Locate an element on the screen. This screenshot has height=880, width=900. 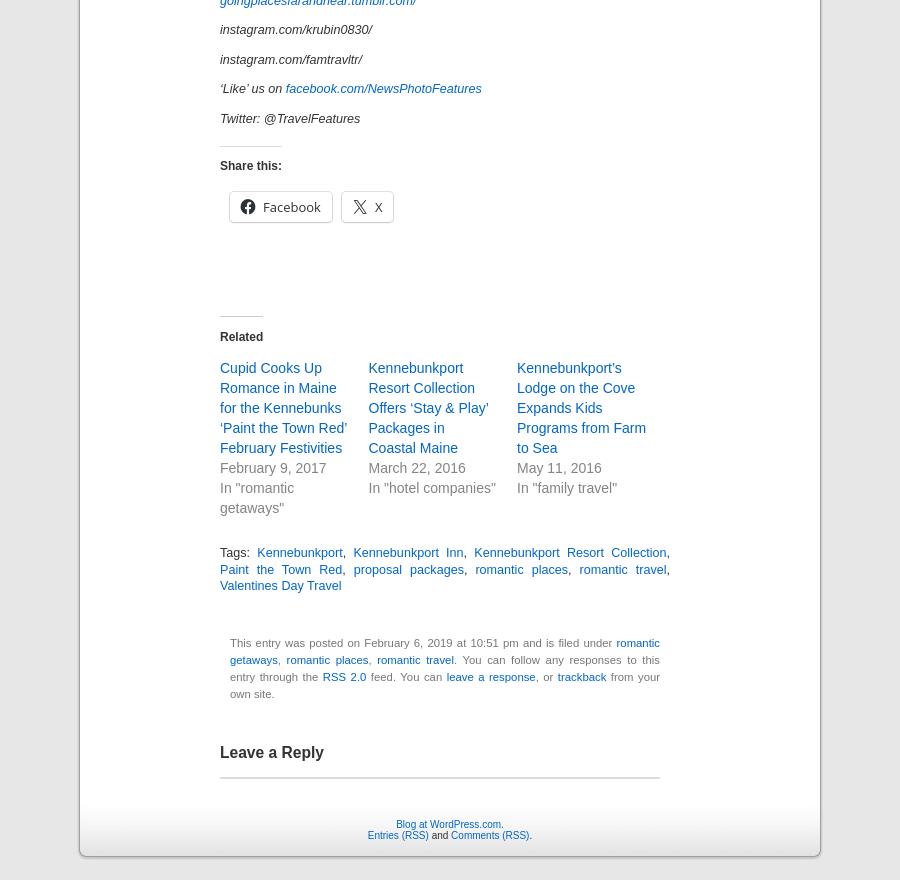
'leave a response' is located at coordinates (489, 675).